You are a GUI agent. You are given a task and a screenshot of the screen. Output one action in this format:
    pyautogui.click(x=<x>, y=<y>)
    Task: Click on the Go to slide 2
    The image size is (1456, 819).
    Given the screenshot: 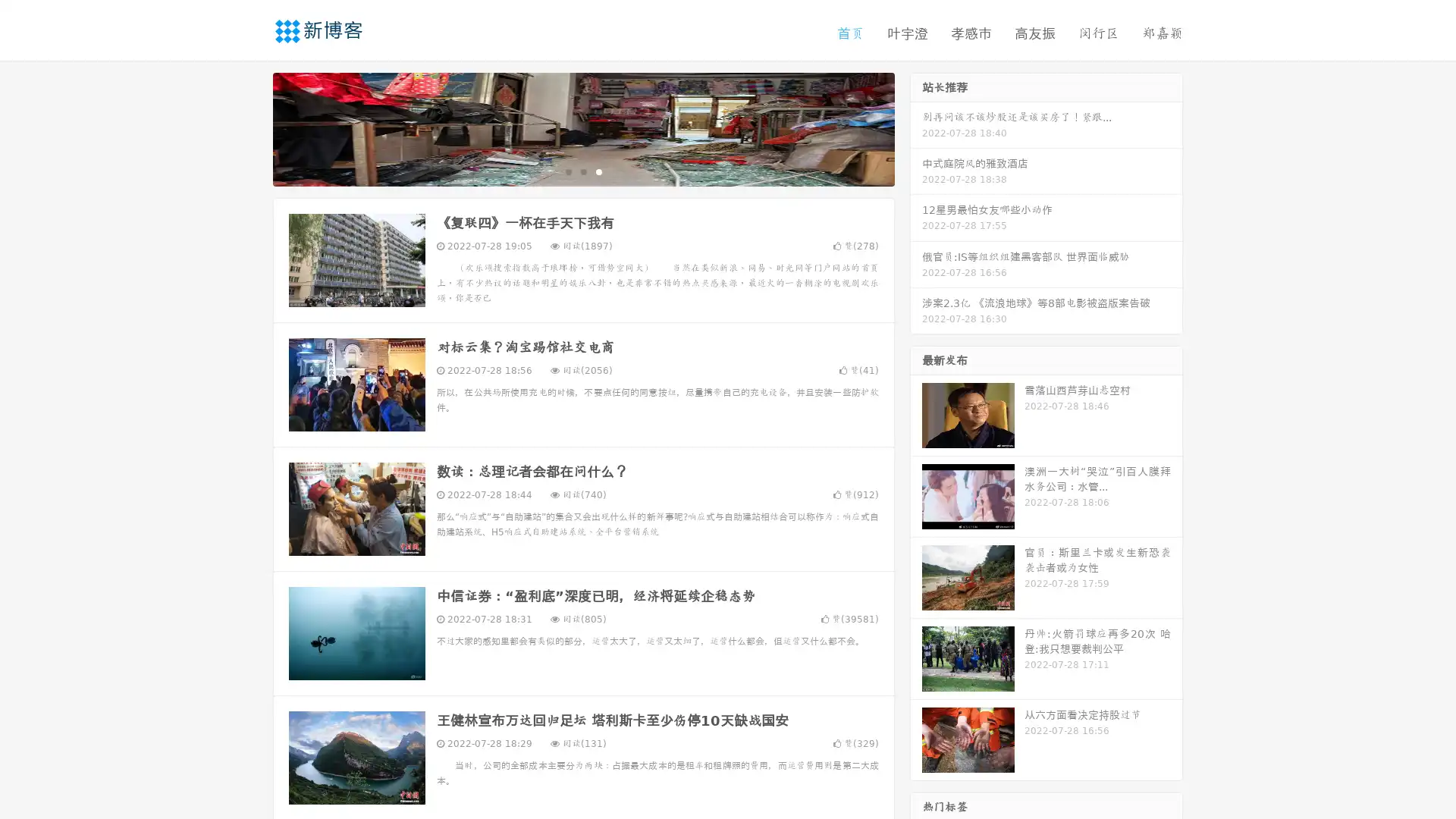 What is the action you would take?
    pyautogui.click(x=582, y=171)
    